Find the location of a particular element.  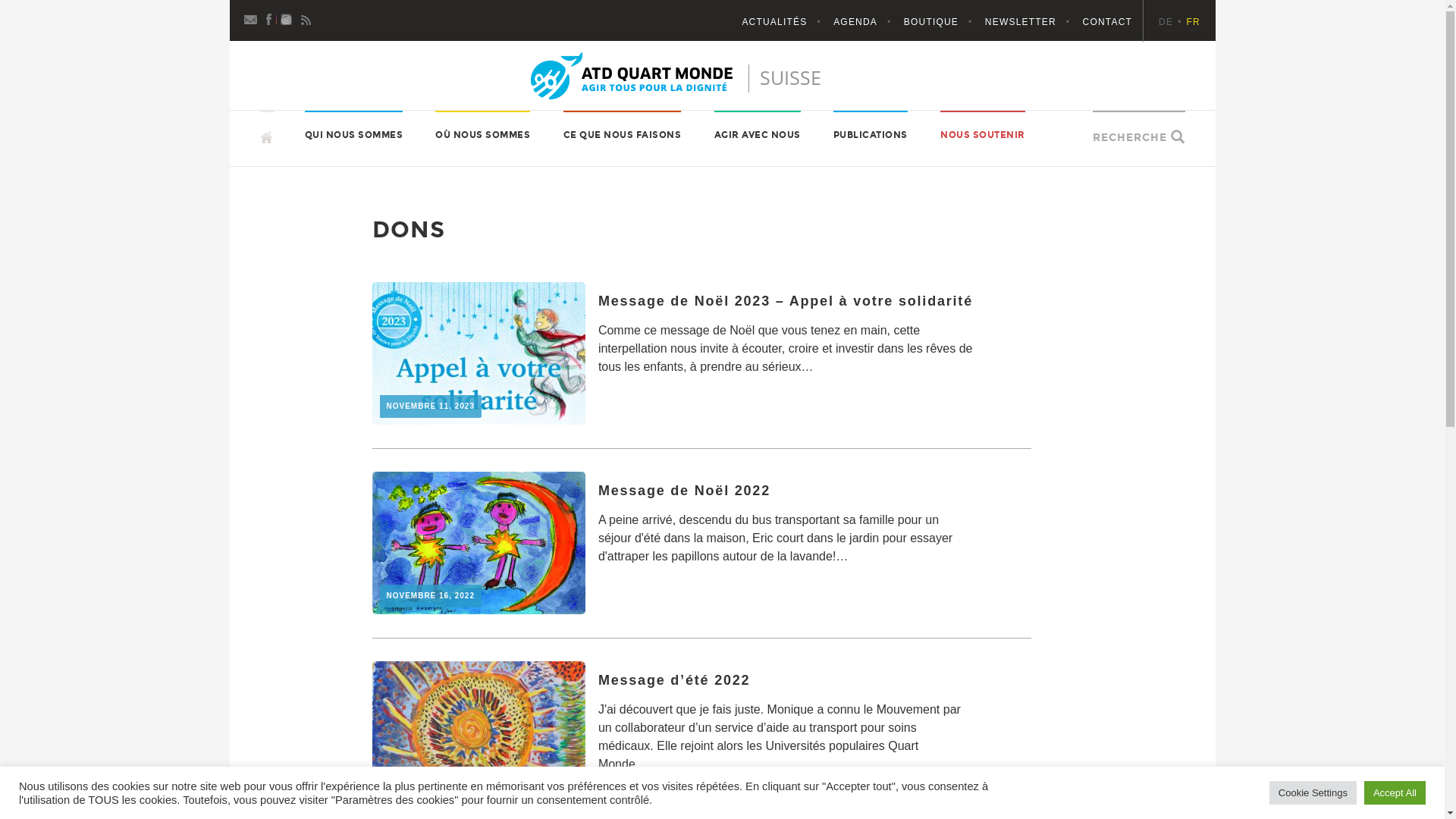

'RECHERCHE' is located at coordinates (1129, 137).